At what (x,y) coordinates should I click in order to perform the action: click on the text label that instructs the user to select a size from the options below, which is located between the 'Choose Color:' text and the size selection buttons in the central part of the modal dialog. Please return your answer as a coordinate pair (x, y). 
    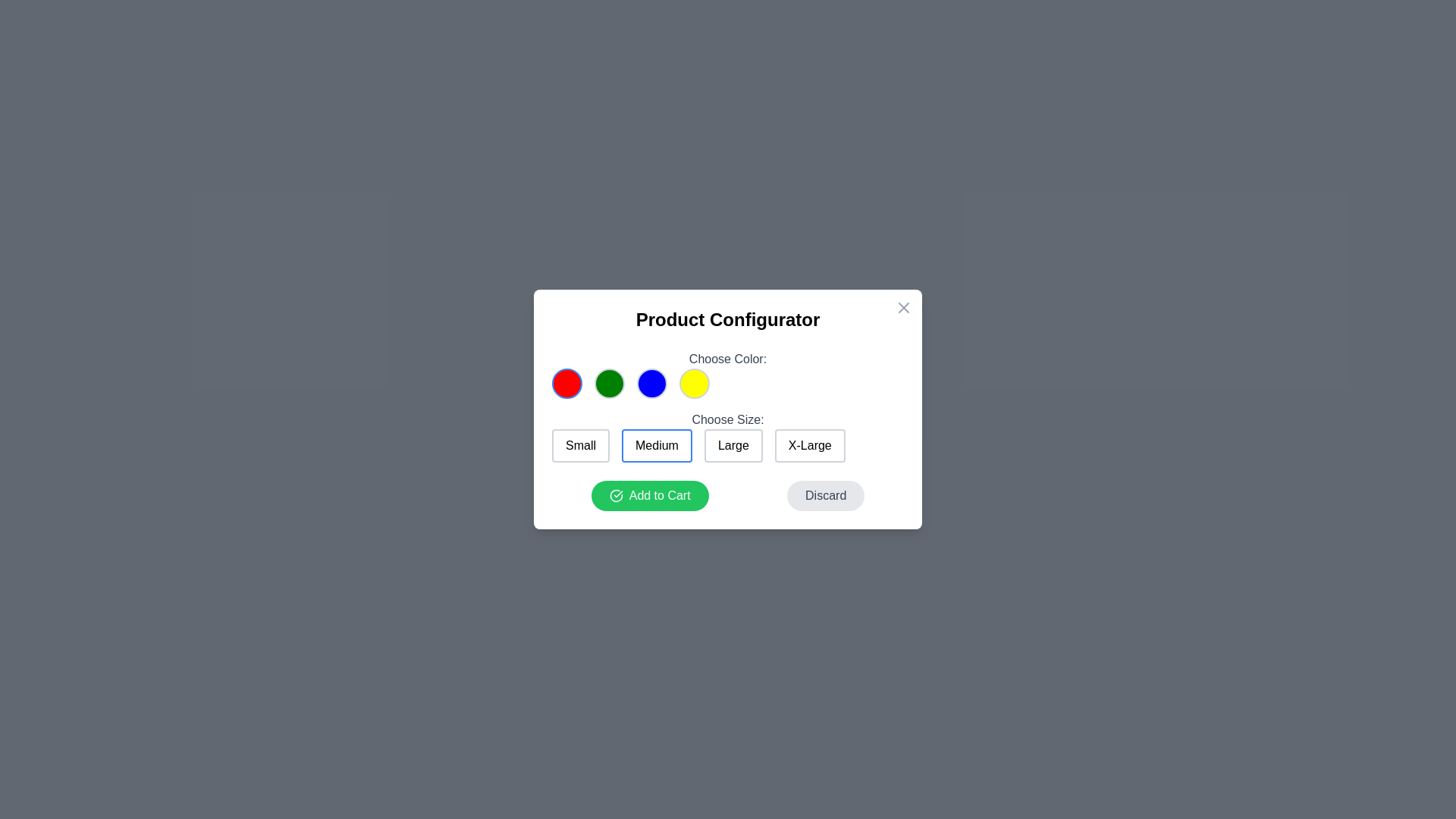
    Looking at the image, I should click on (728, 420).